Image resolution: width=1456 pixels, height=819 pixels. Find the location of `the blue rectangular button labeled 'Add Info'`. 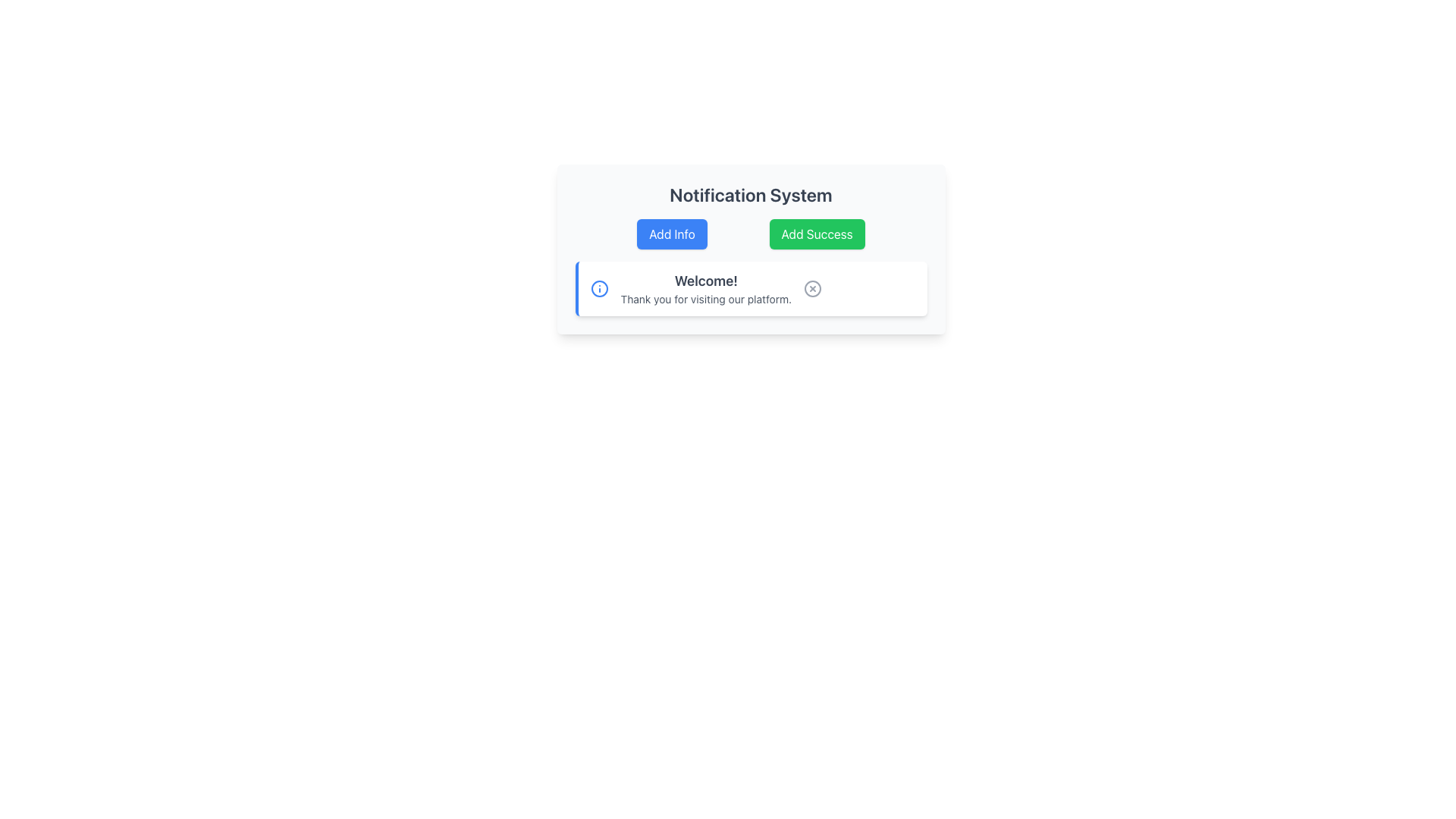

the blue rectangular button labeled 'Add Info' is located at coordinates (671, 234).